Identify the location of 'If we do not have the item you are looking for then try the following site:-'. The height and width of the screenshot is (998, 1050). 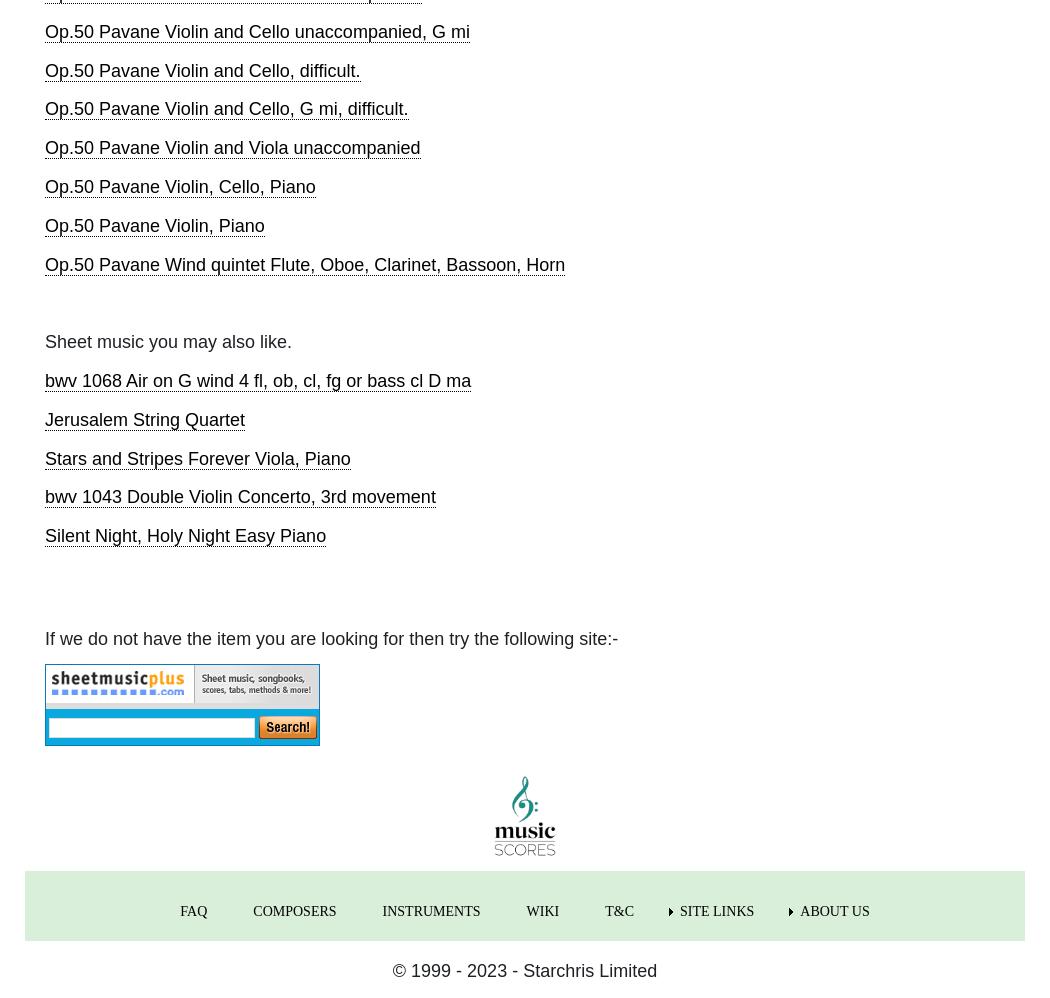
(331, 638).